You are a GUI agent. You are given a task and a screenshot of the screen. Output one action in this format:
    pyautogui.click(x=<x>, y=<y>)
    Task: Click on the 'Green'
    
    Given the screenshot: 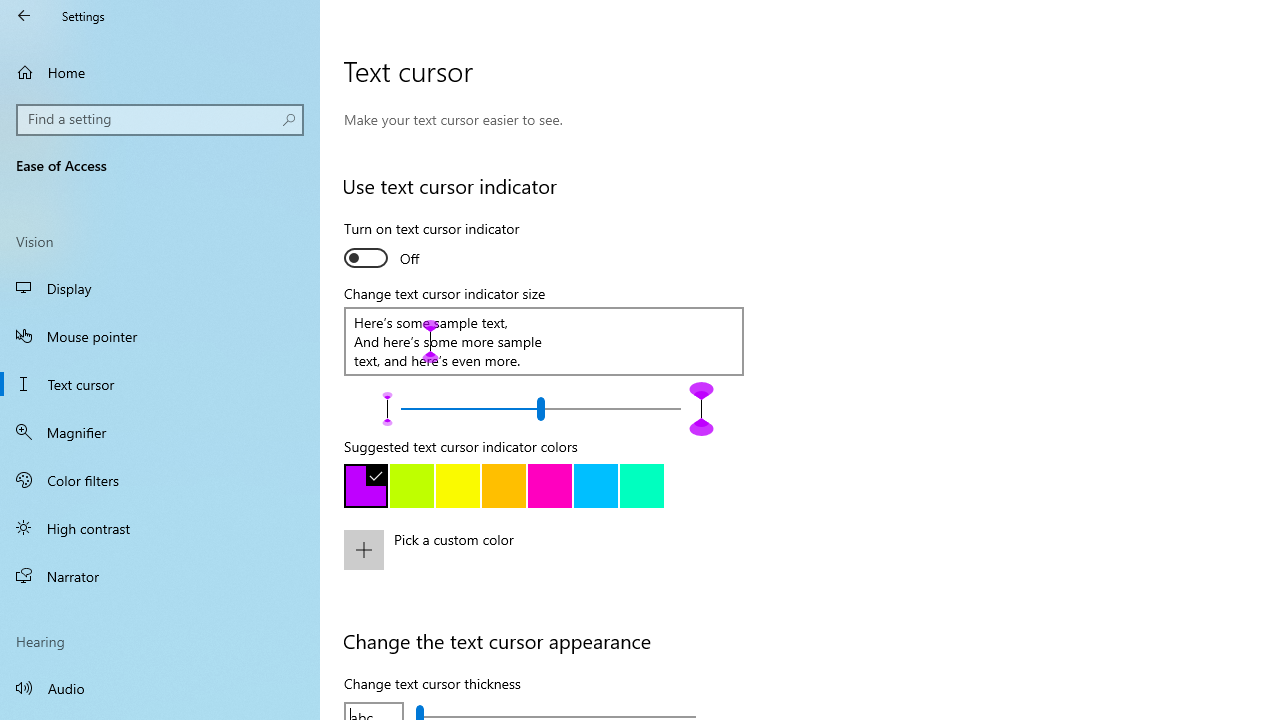 What is the action you would take?
    pyautogui.click(x=641, y=486)
    